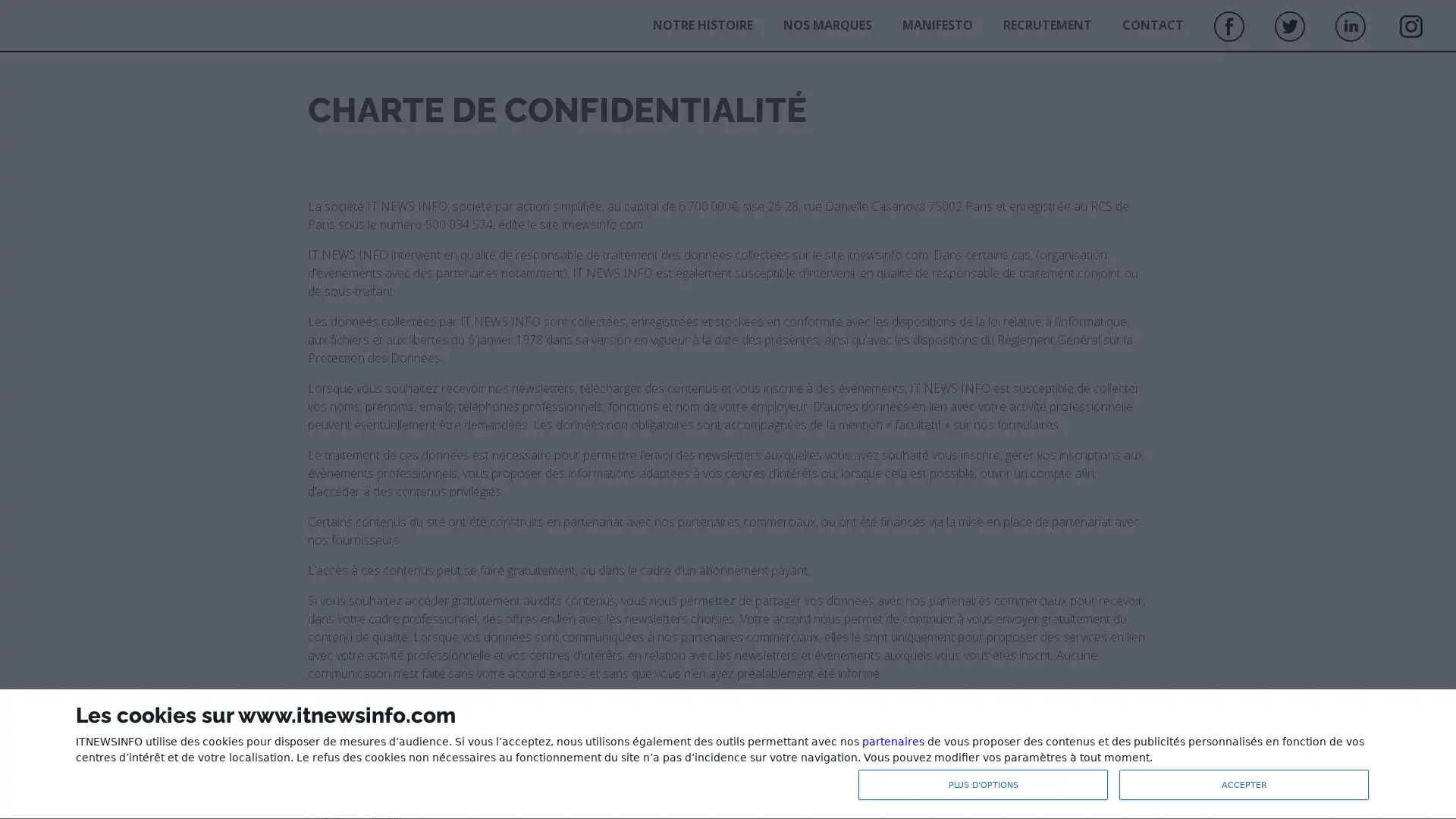 Image resolution: width=1456 pixels, height=819 pixels. I want to click on ACCEPTER, so click(1244, 784).